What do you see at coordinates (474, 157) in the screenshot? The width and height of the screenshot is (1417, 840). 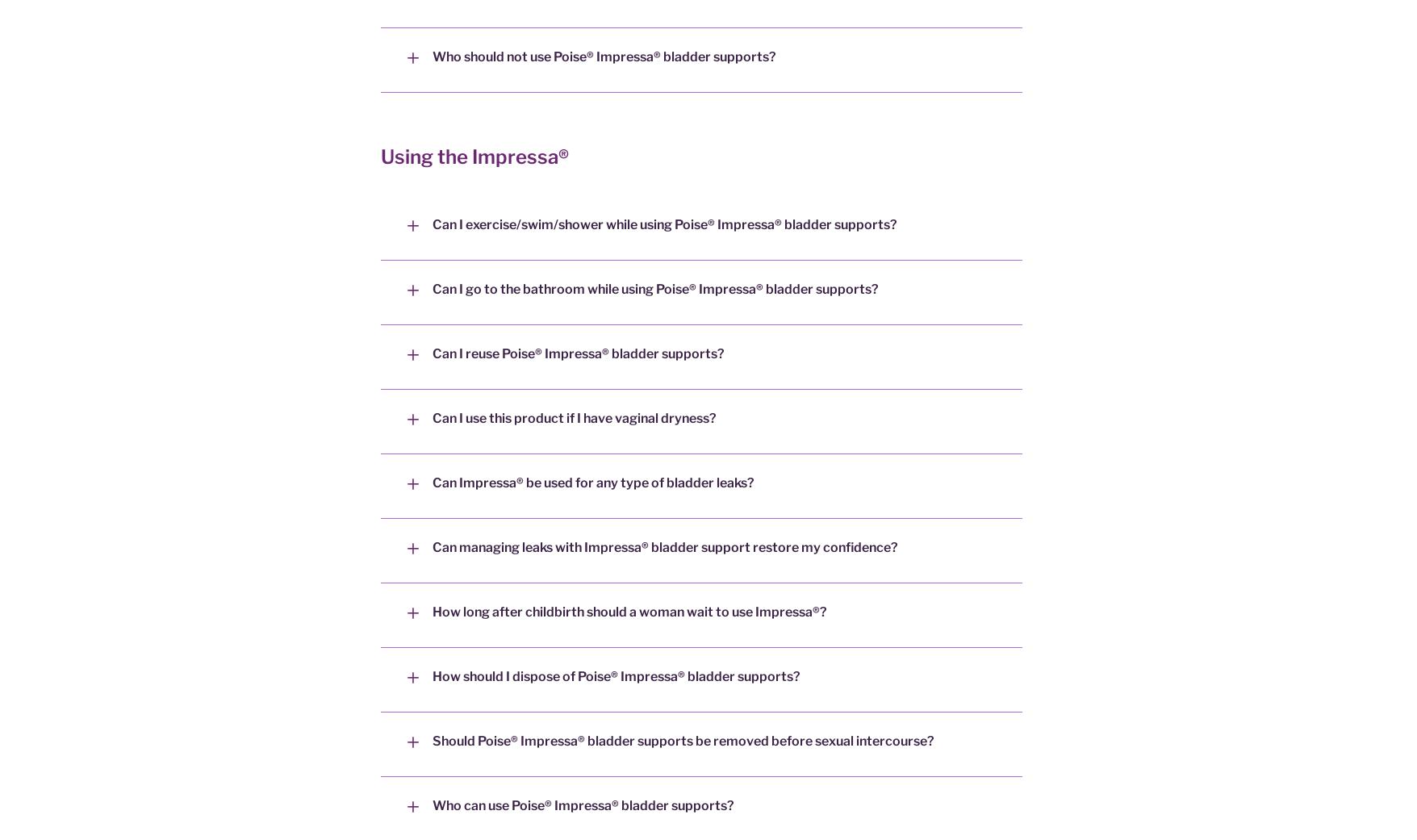 I see `'Using the Impressa®'` at bounding box center [474, 157].